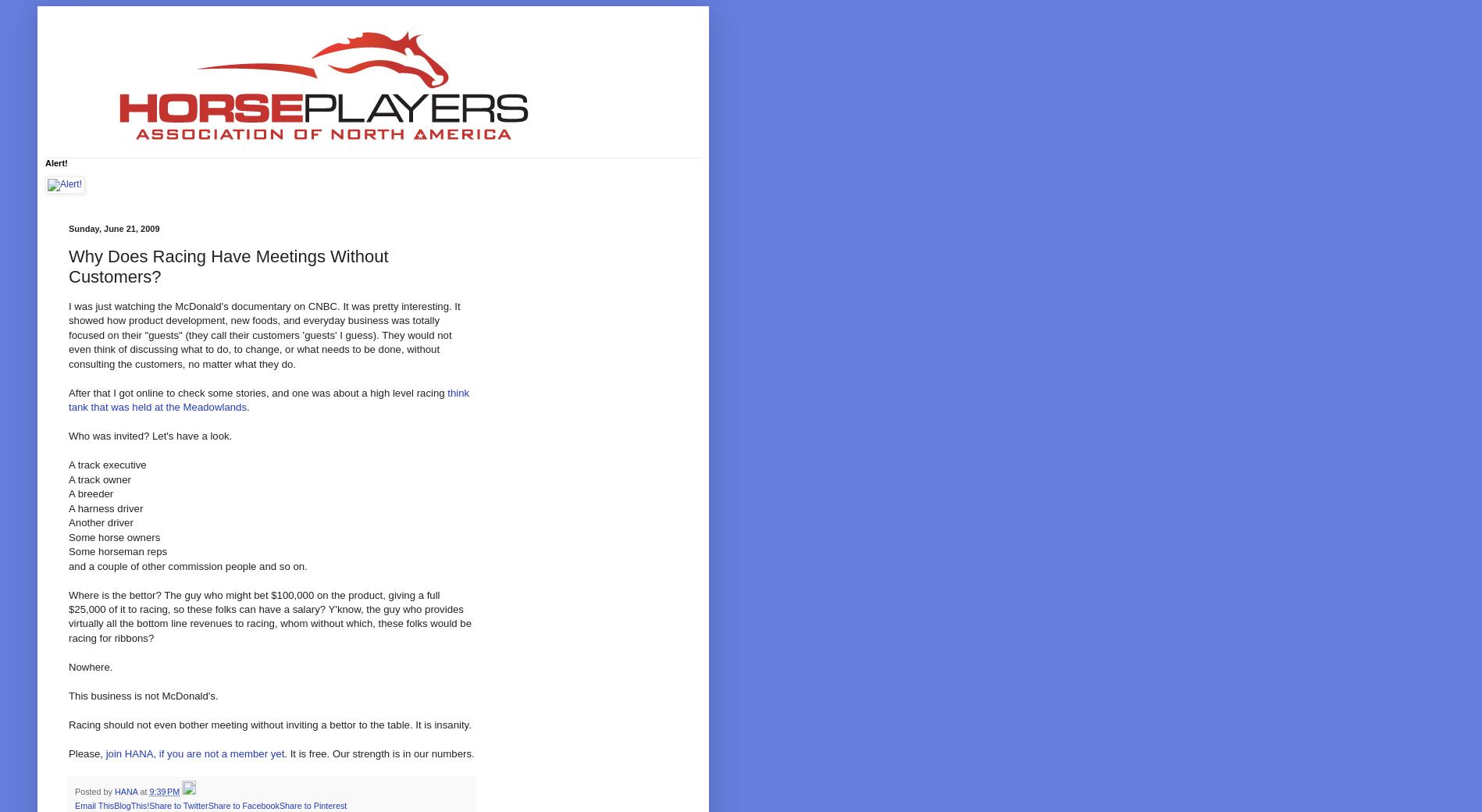 This screenshot has height=812, width=1482. Describe the element at coordinates (114, 536) in the screenshot. I see `'Some horse owners'` at that location.